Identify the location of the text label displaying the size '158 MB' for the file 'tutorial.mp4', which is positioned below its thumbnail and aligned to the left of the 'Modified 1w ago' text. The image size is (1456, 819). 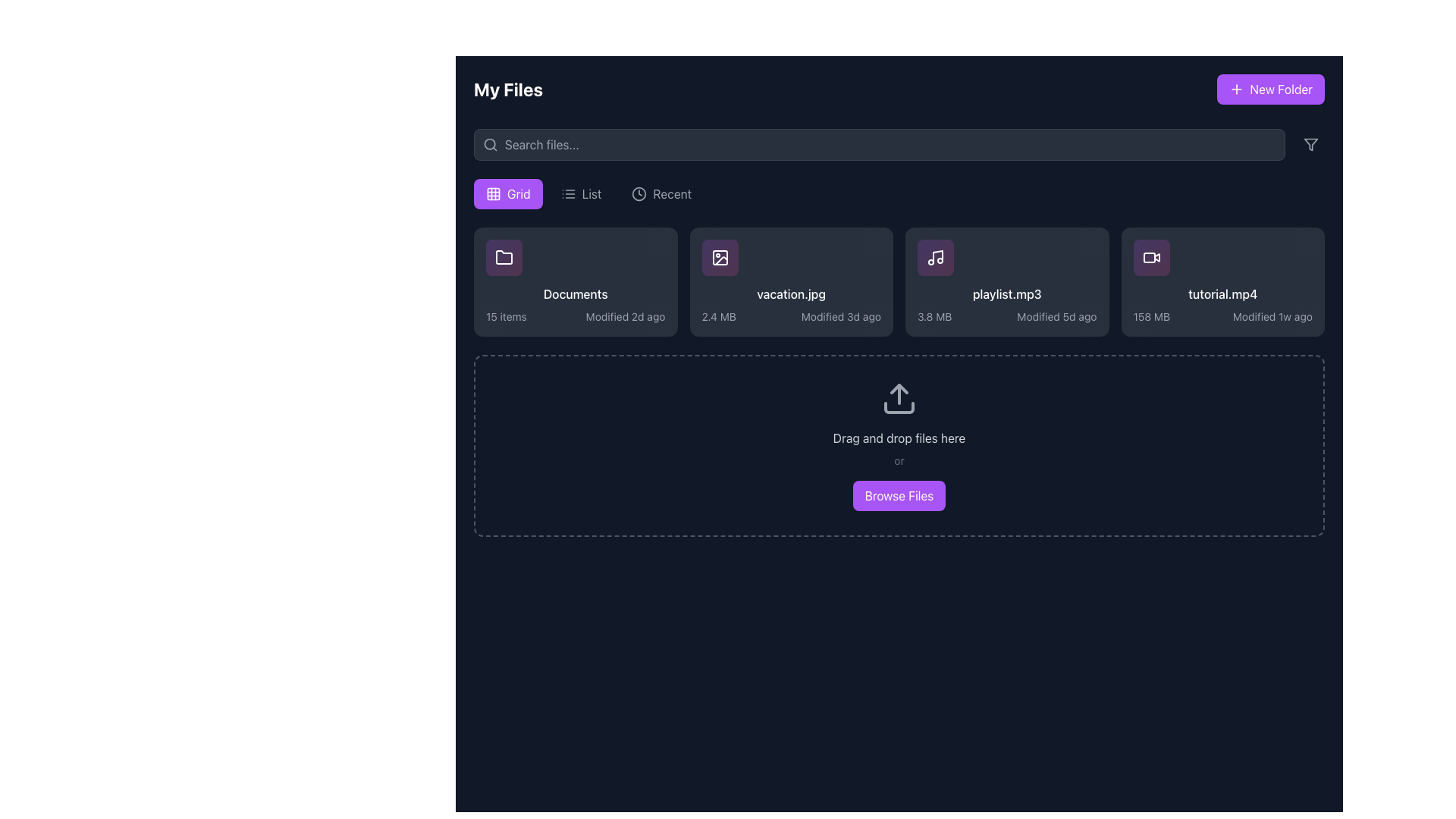
(1151, 315).